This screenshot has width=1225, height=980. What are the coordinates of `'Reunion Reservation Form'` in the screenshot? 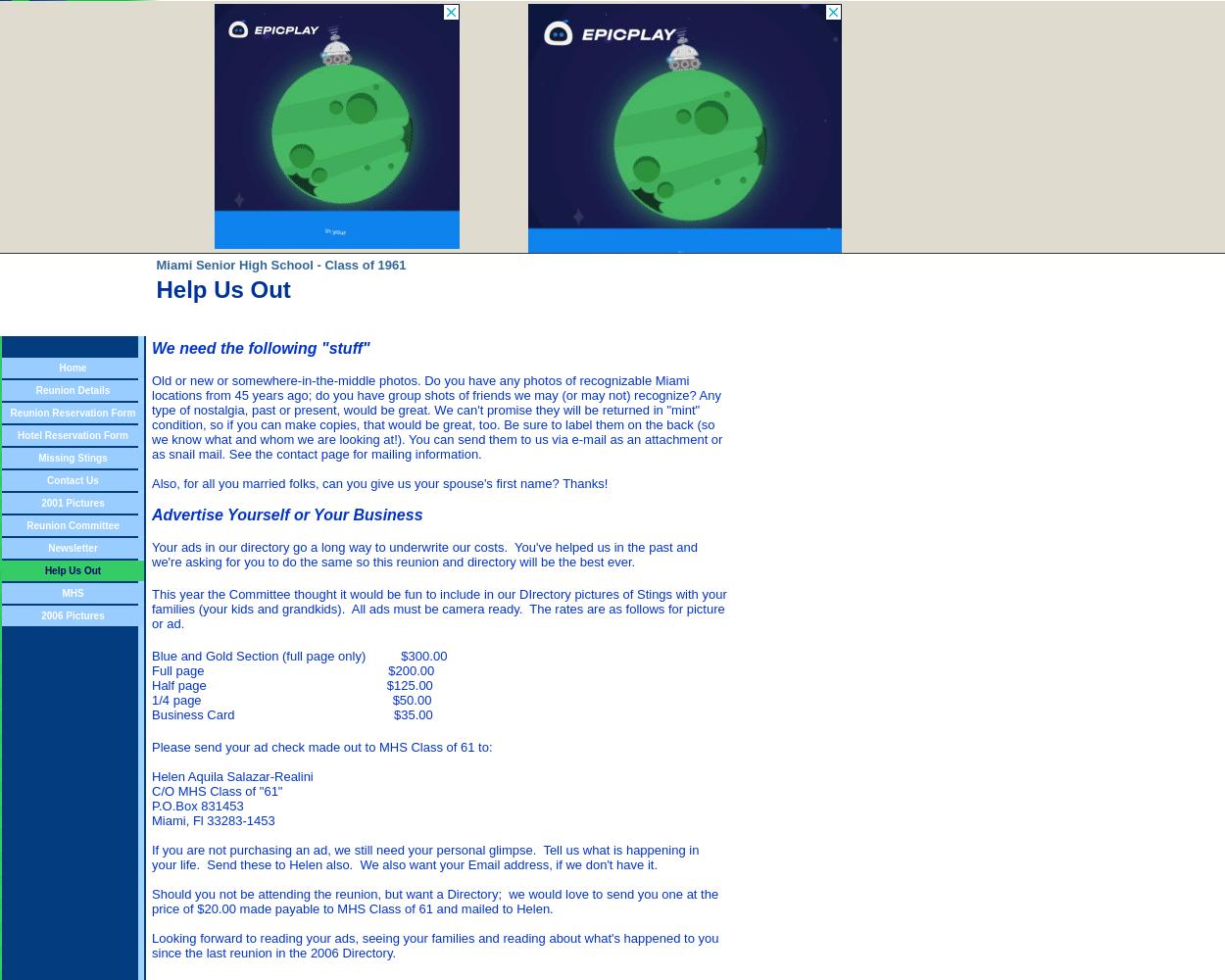 It's located at (72, 413).